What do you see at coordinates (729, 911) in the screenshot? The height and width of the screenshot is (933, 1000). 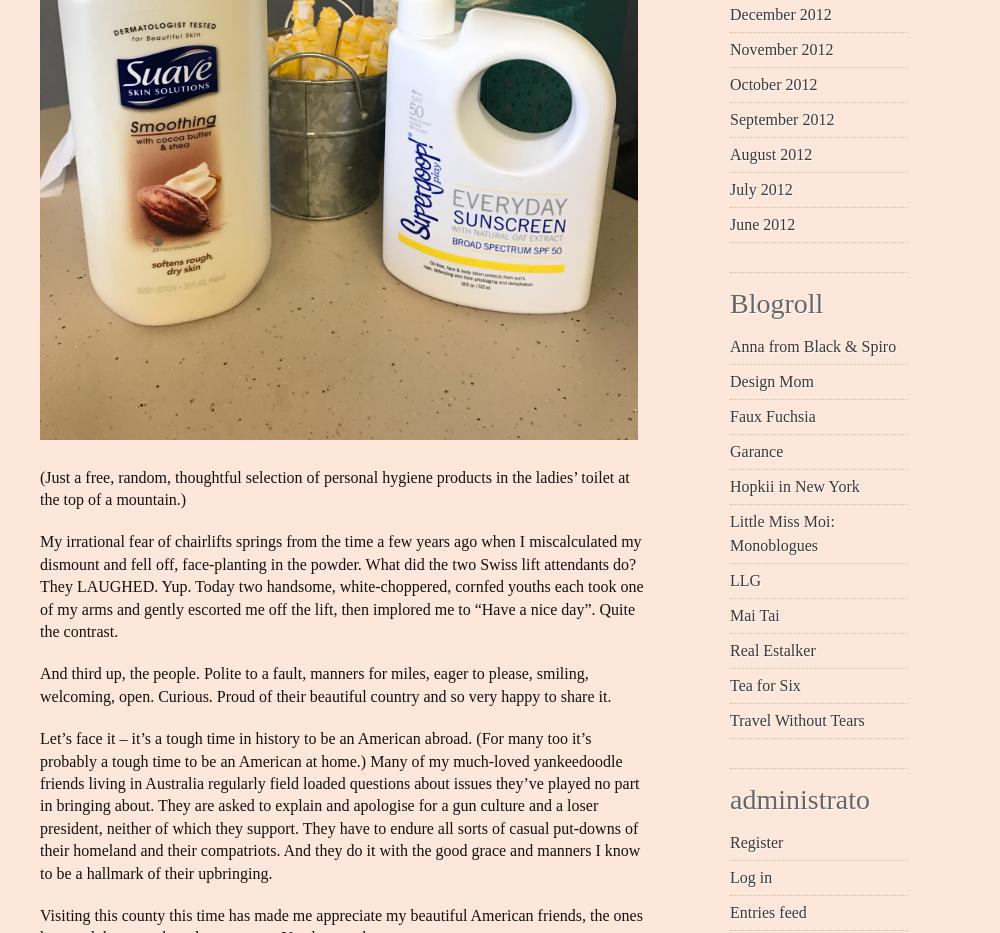 I see `'Entries feed'` at bounding box center [729, 911].